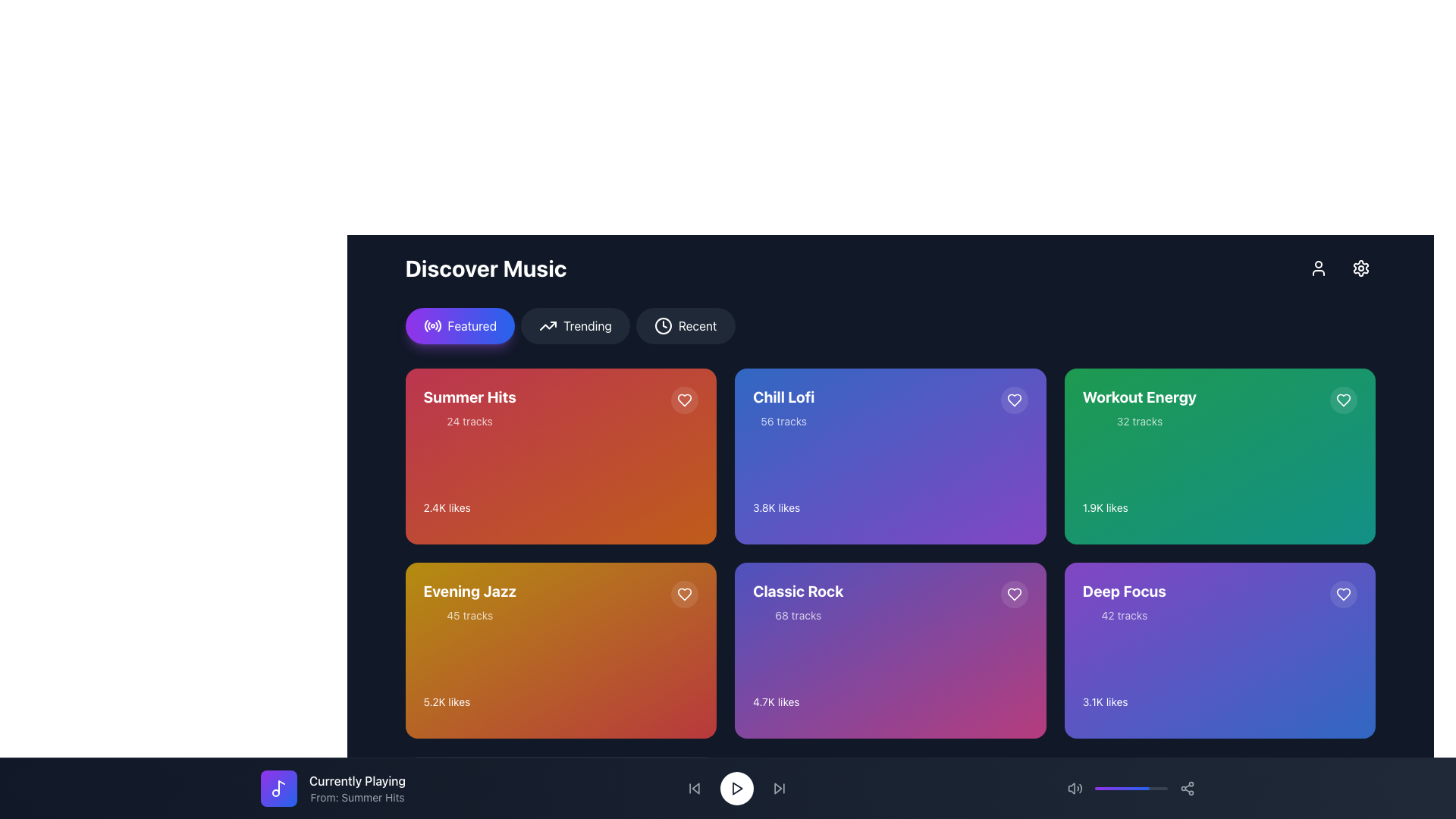 This screenshot has height=819, width=1456. I want to click on the play icon, which is a triangular shape with its apex pointing to the right, located at the bottom-center of the interface, so click(737, 788).